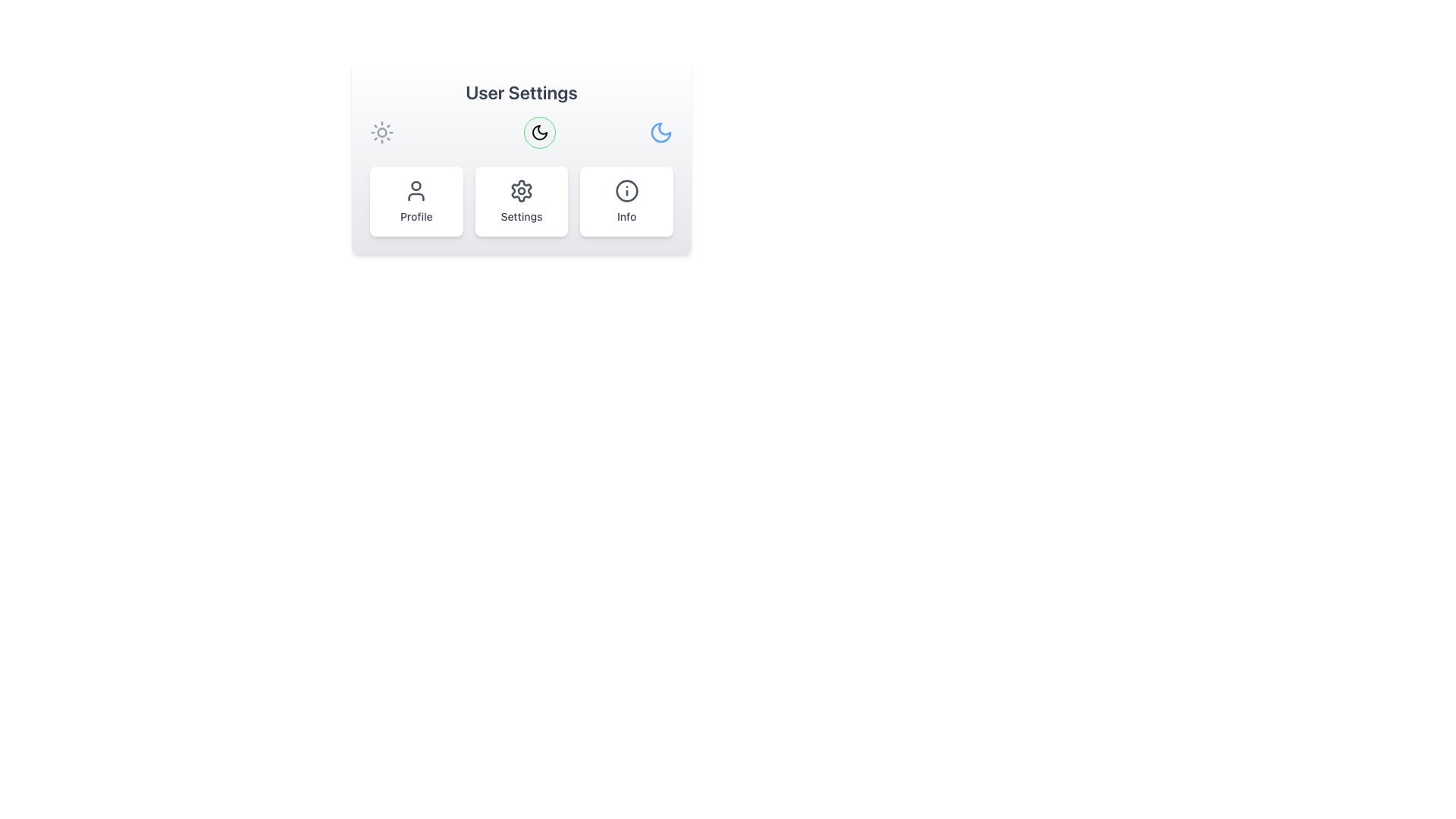 The height and width of the screenshot is (819, 1456). Describe the element at coordinates (626, 201) in the screenshot. I see `the 'Info' button located at the bottom-right corner of the three-item grid` at that location.